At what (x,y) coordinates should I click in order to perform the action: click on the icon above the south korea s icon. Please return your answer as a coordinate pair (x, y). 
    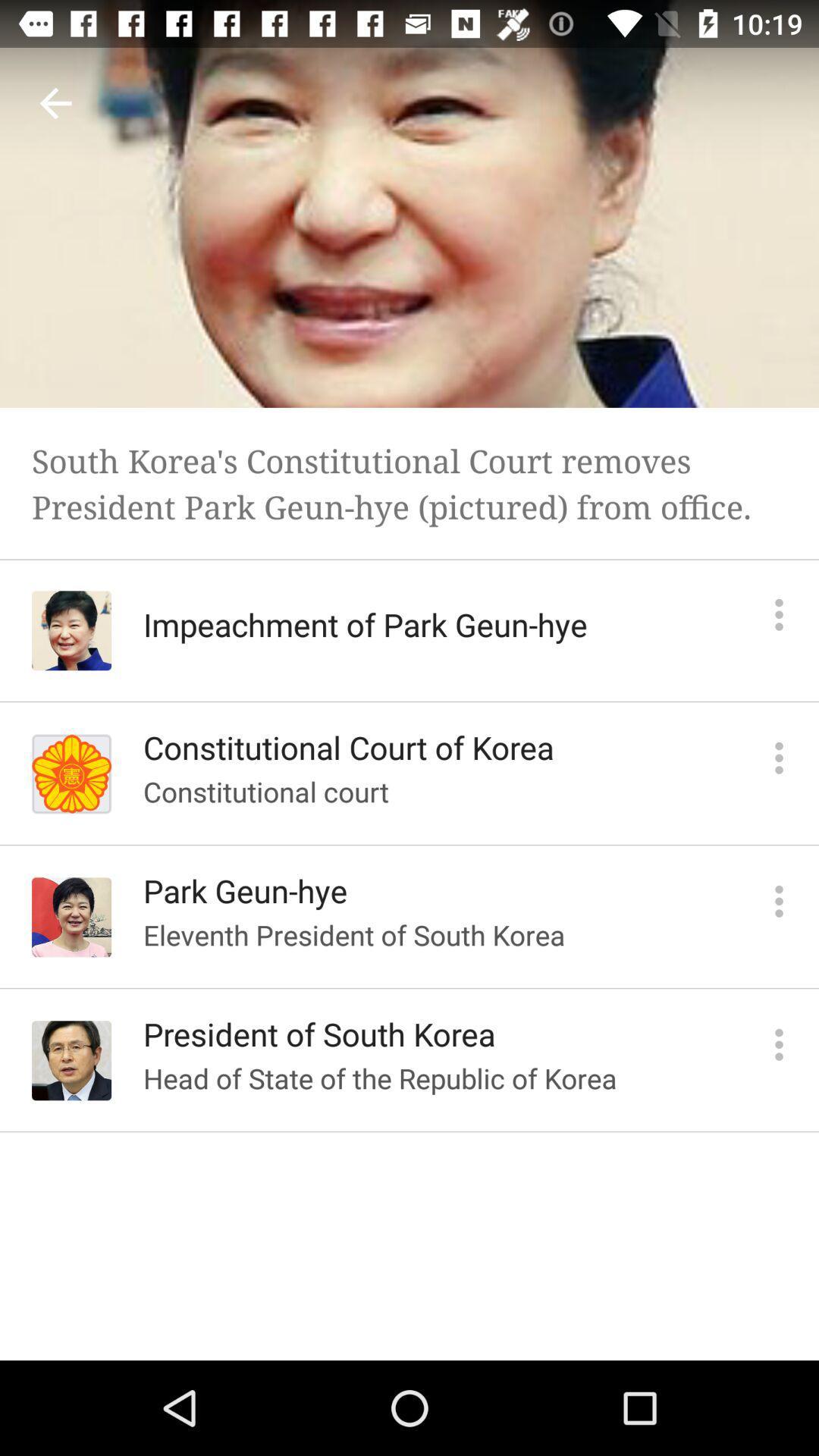
    Looking at the image, I should click on (55, 102).